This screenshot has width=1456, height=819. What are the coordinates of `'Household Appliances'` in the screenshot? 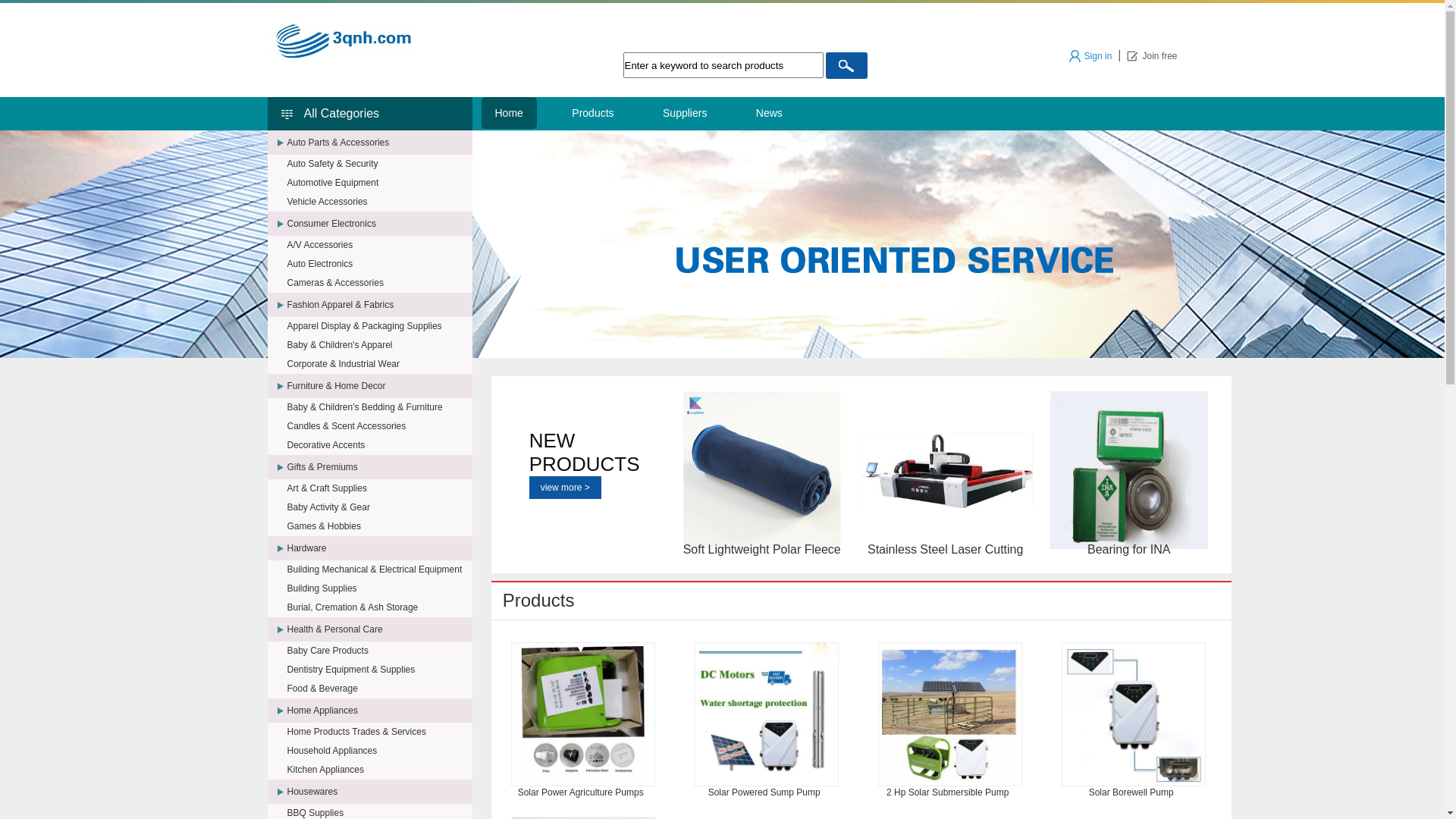 It's located at (378, 751).